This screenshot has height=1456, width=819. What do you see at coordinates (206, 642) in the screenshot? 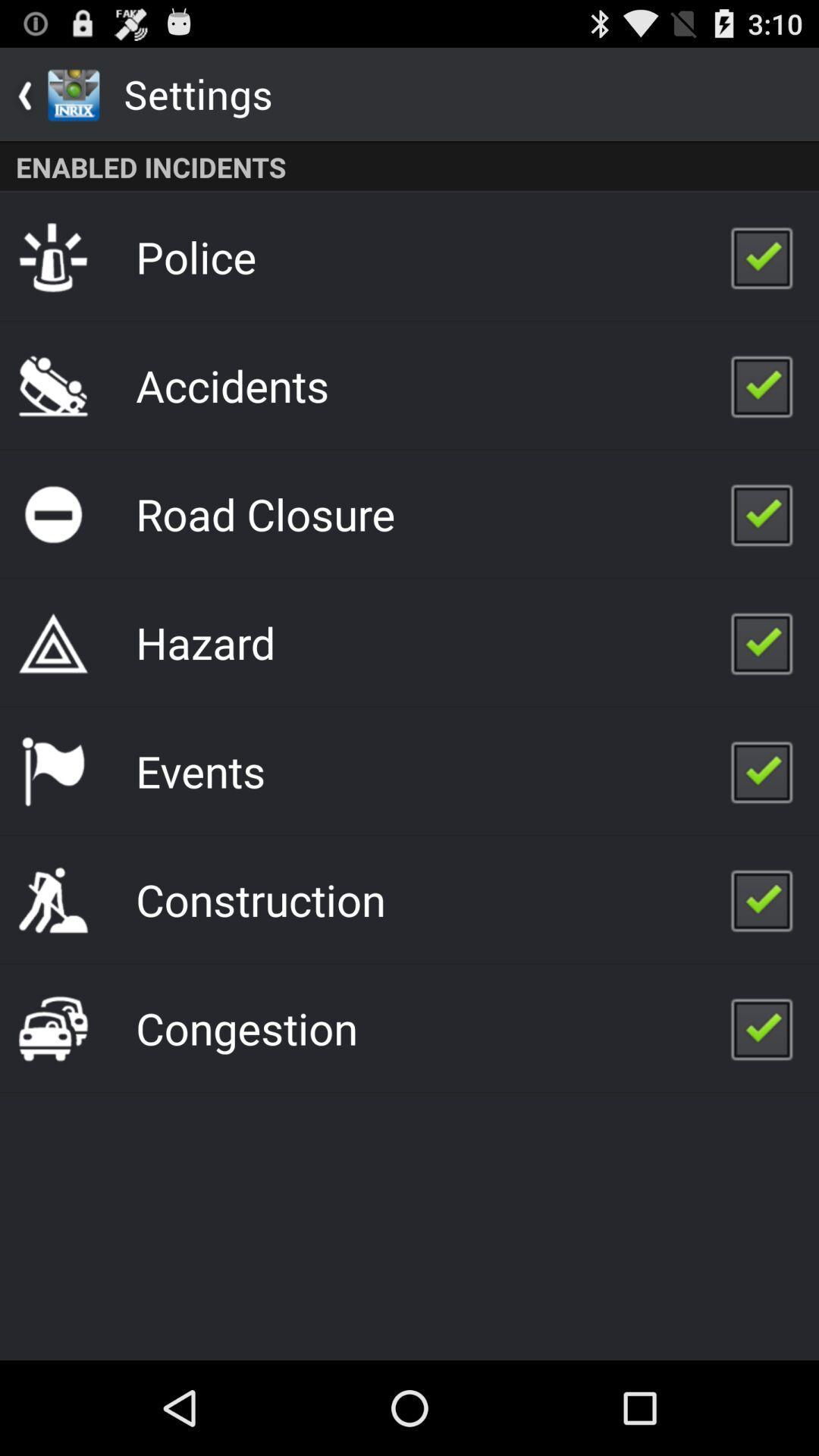
I see `hazard app` at bounding box center [206, 642].